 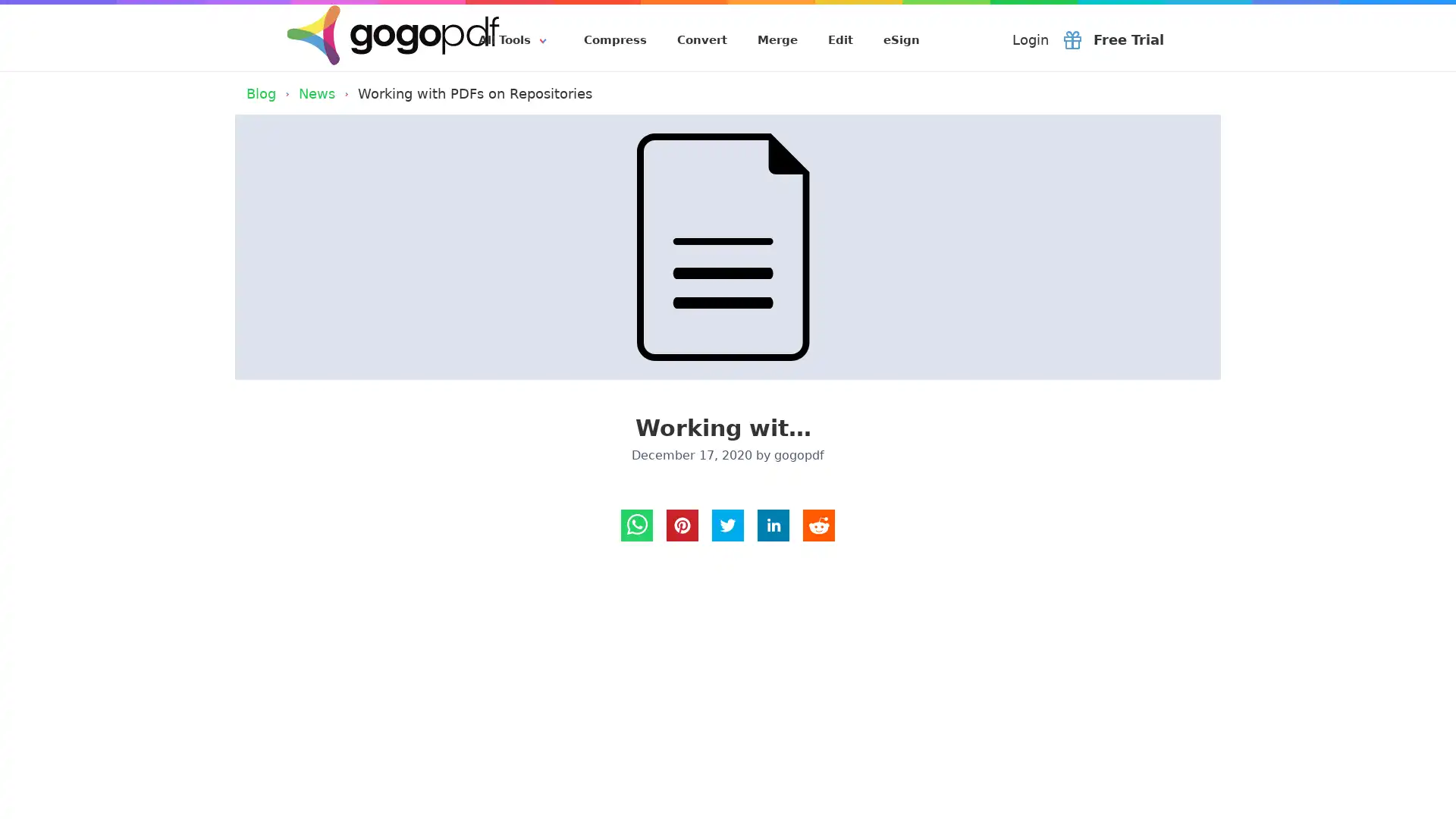 What do you see at coordinates (839, 39) in the screenshot?
I see `Edit` at bounding box center [839, 39].